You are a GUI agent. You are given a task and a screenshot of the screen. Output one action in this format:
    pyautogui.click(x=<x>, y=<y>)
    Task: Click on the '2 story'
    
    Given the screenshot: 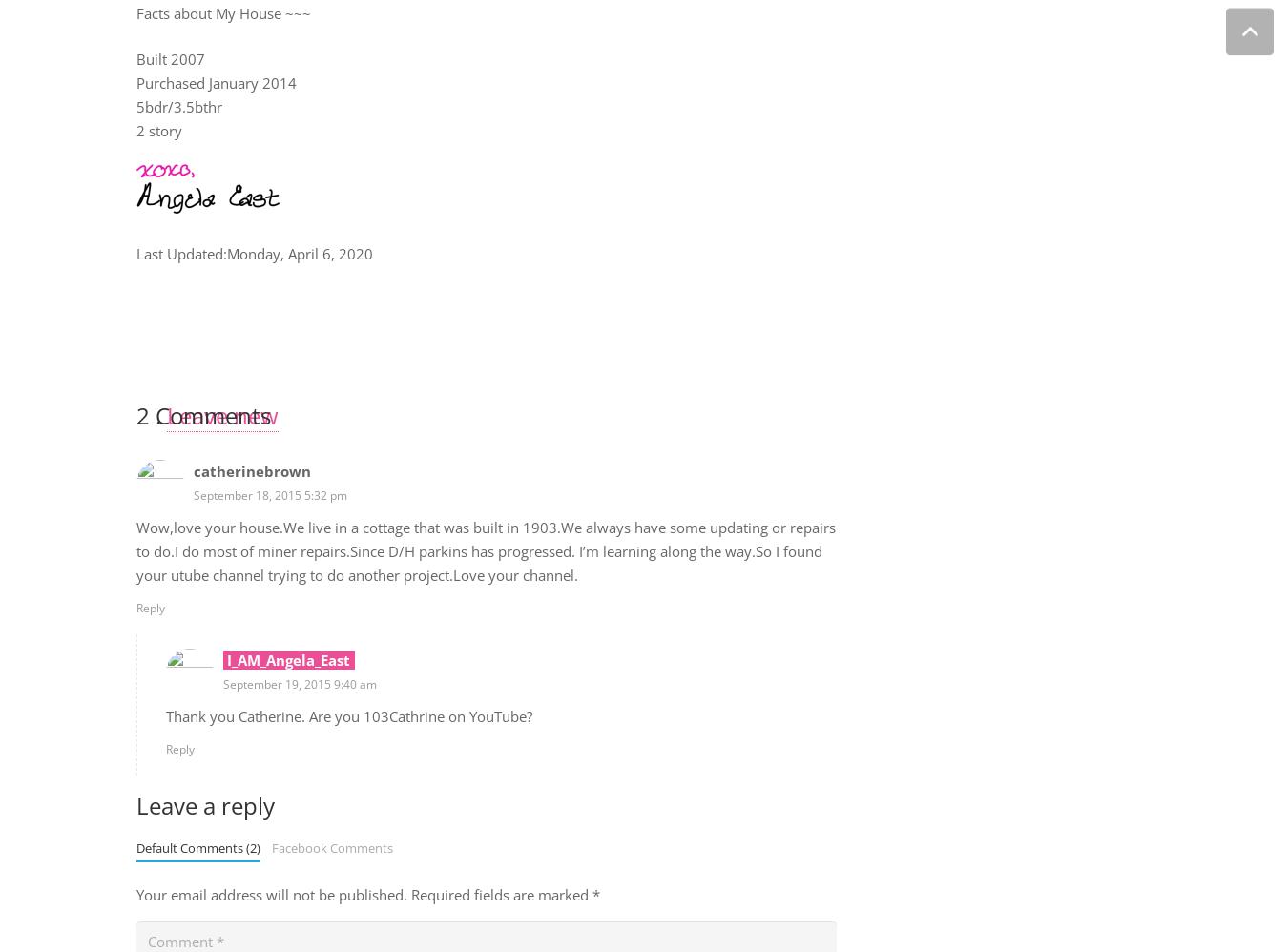 What is the action you would take?
    pyautogui.click(x=135, y=130)
    